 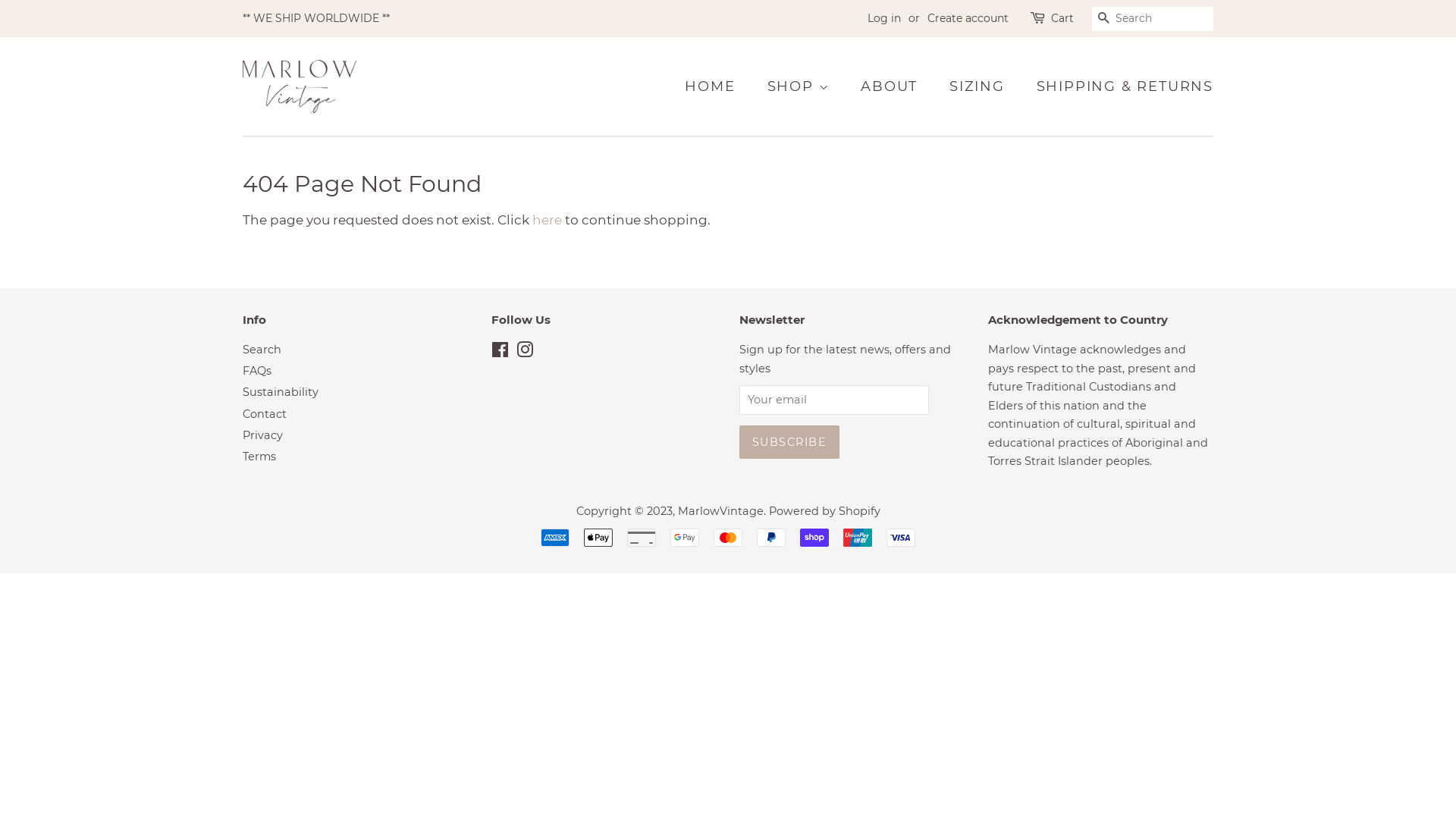 I want to click on 'Log in', so click(x=884, y=17).